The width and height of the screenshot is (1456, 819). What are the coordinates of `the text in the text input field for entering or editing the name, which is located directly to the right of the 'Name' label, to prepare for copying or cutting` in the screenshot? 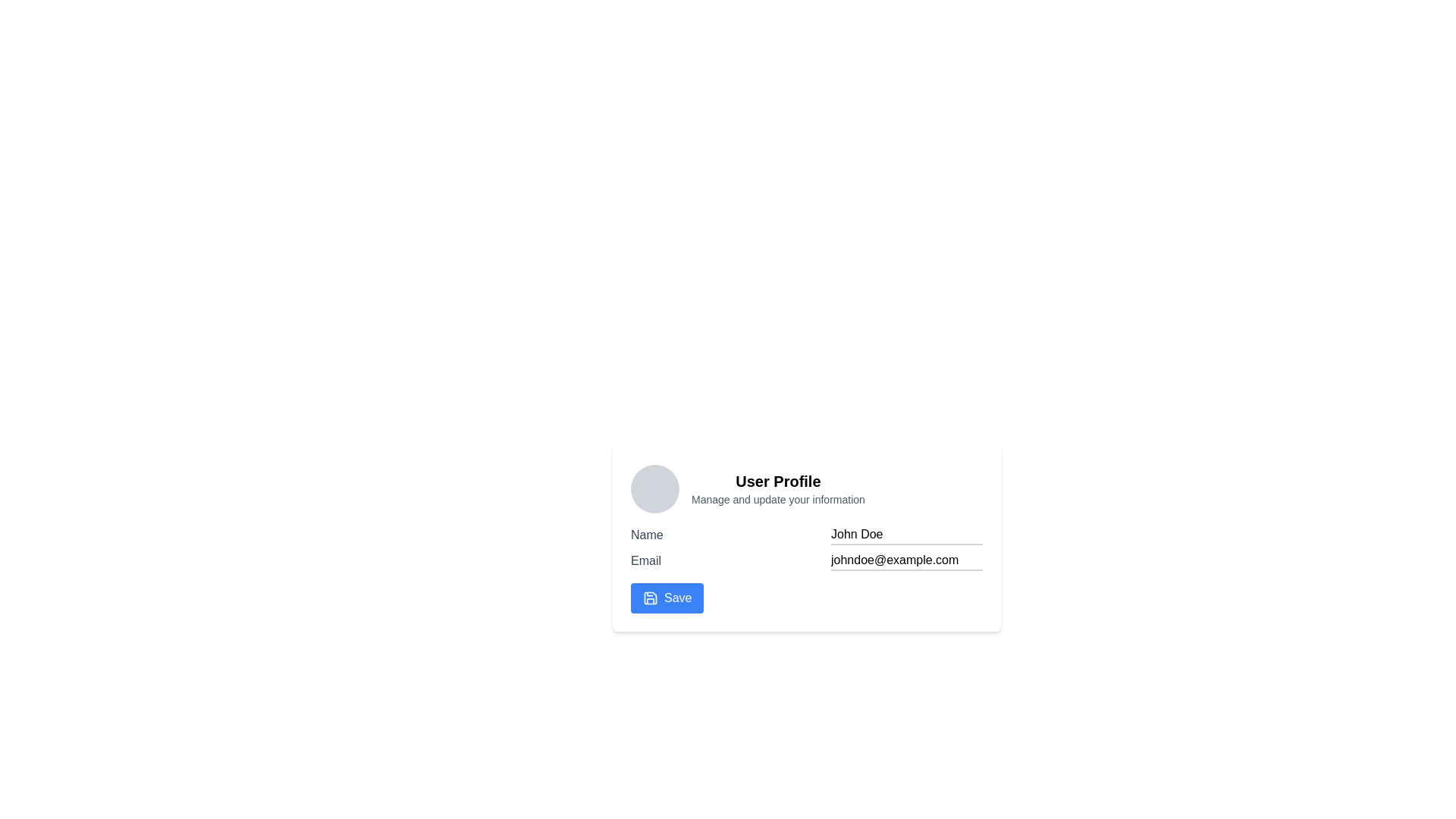 It's located at (906, 534).